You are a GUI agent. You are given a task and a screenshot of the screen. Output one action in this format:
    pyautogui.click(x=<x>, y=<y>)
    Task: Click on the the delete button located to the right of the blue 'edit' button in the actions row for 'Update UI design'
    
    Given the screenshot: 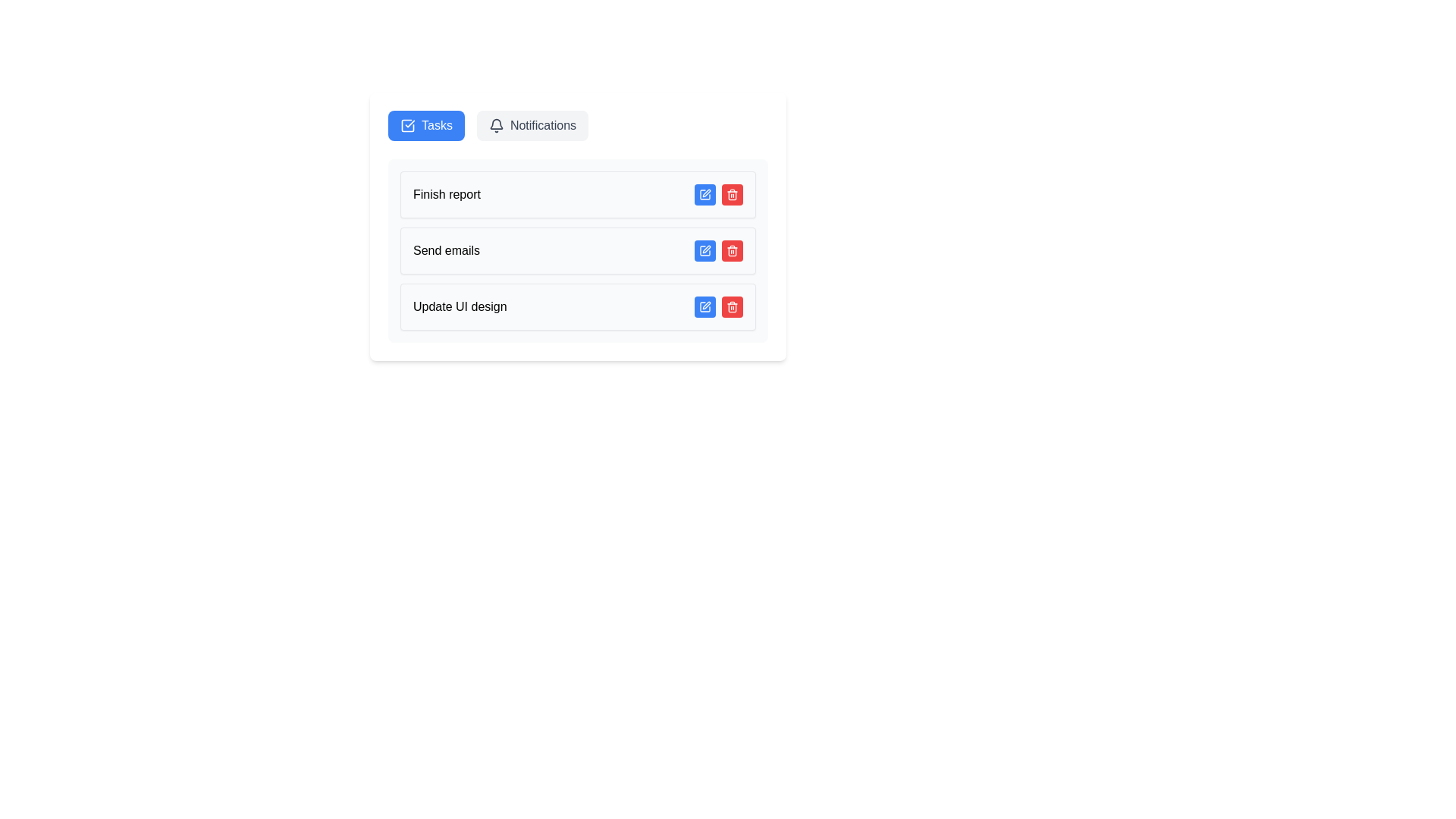 What is the action you would take?
    pyautogui.click(x=732, y=307)
    